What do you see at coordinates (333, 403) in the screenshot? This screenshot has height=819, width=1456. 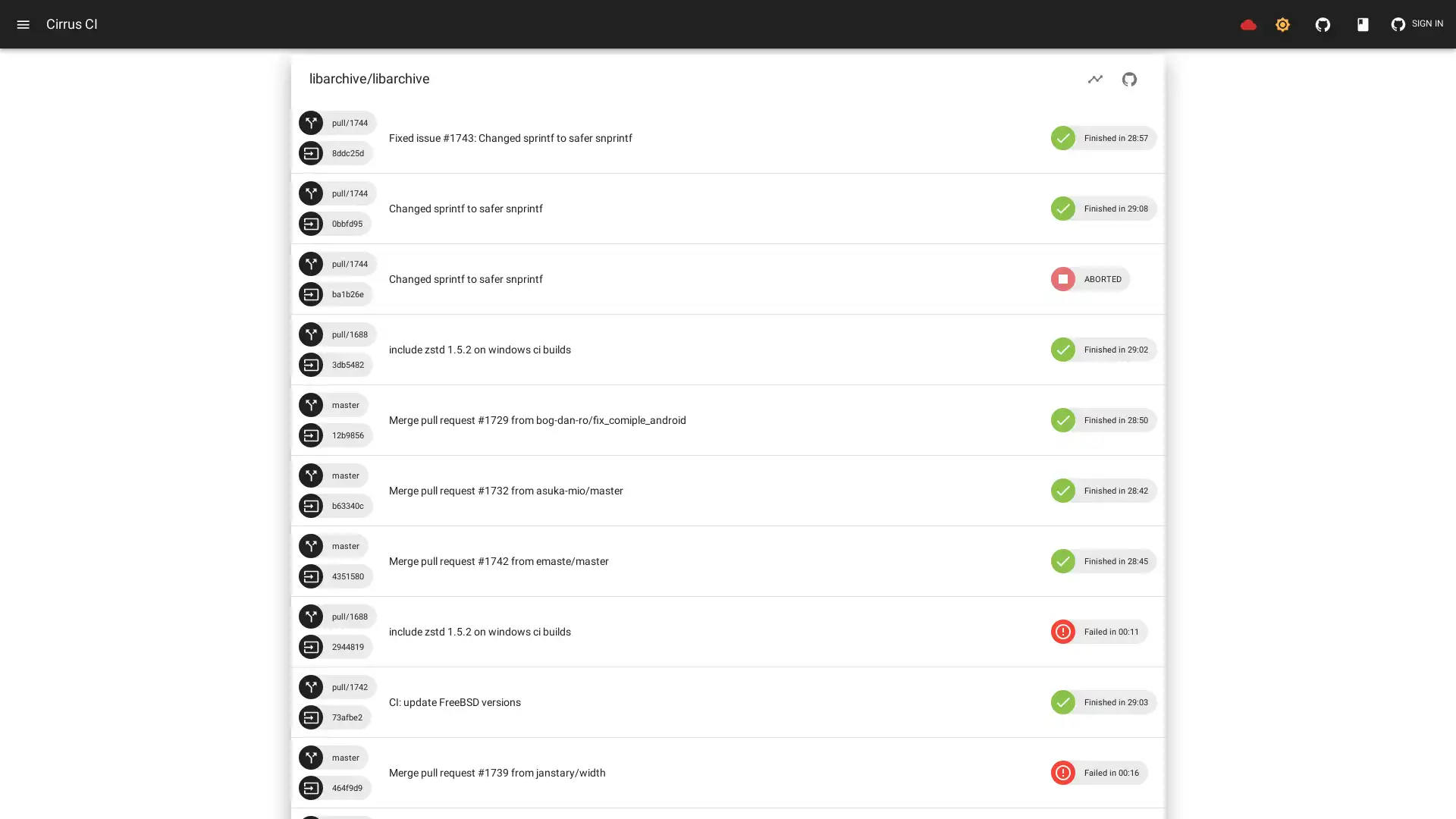 I see `master` at bounding box center [333, 403].